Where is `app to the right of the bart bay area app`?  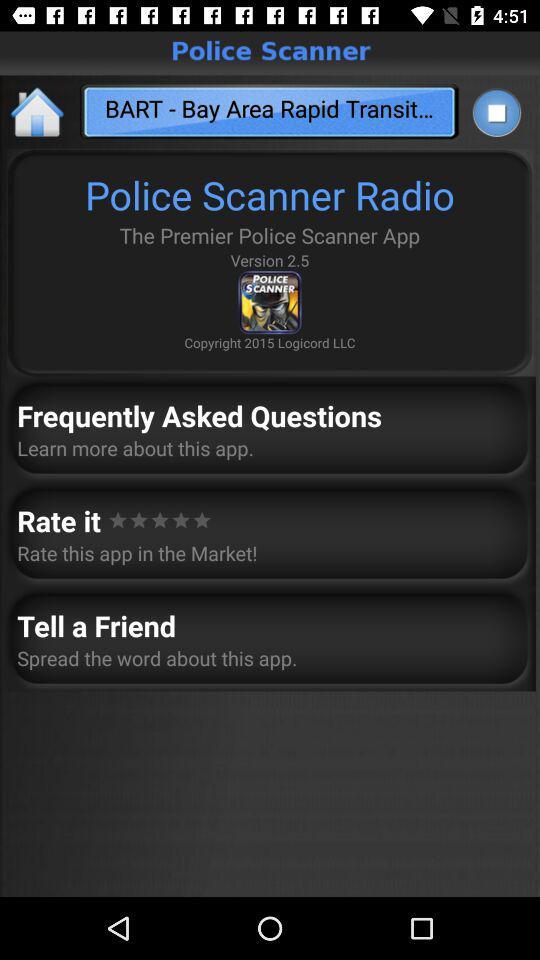 app to the right of the bart bay area app is located at coordinates (495, 112).